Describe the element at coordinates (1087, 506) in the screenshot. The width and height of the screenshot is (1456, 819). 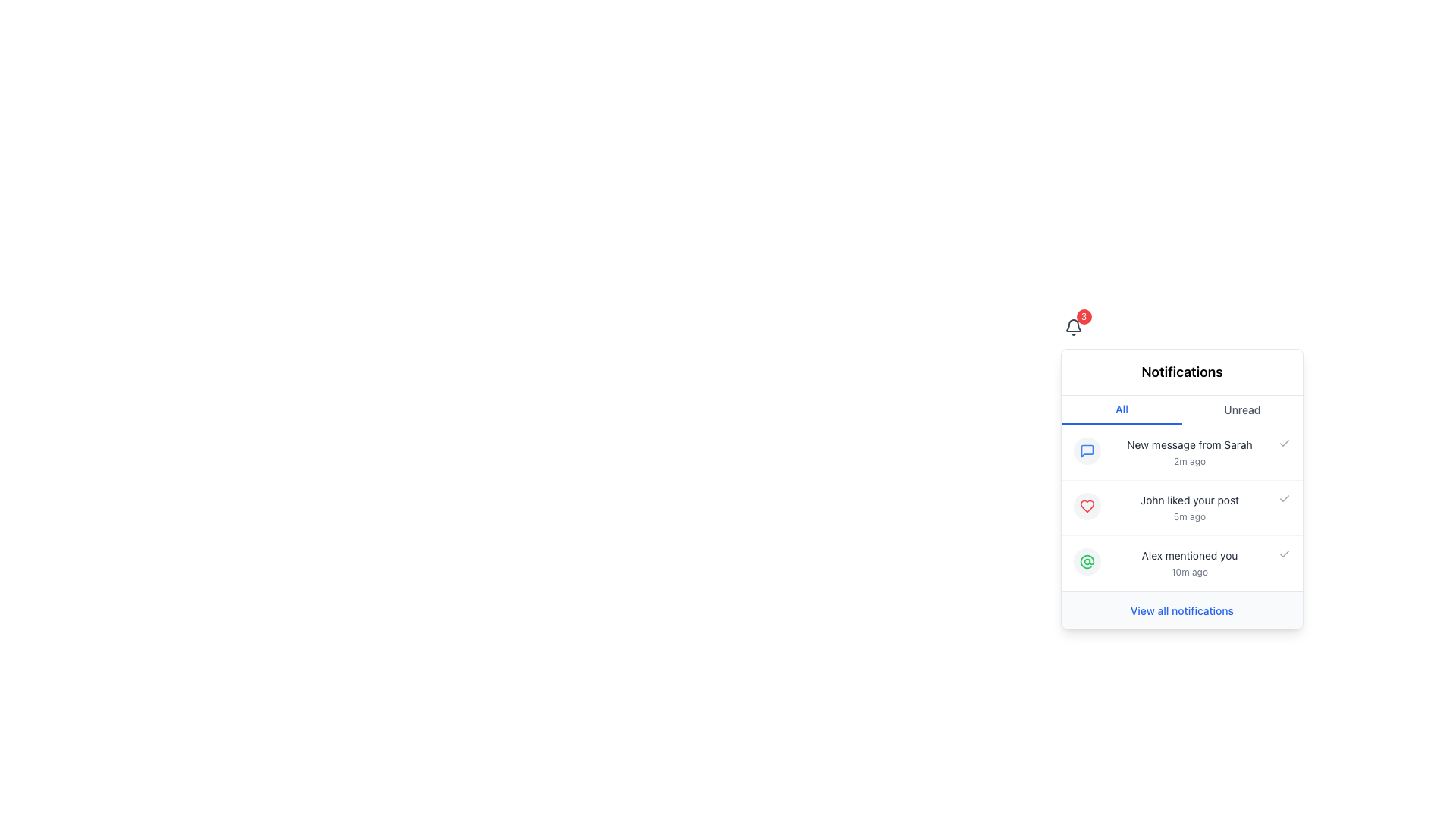
I see `the circular heart icon with a light gray background and red outlined heart, located in the second notification of the notifications panel, preceding the text 'John liked your post.'` at that location.